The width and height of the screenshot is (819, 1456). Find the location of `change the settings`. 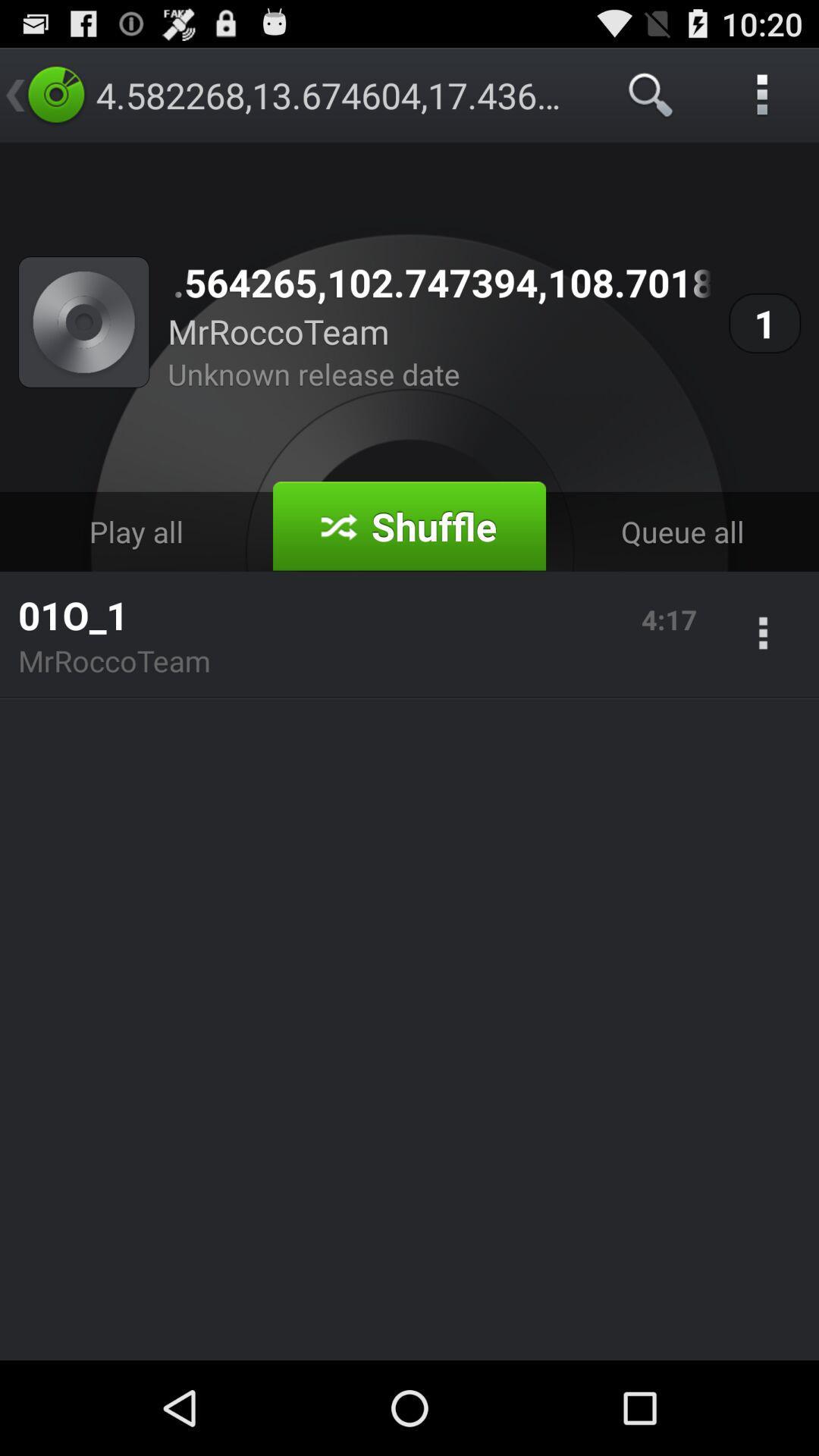

change the settings is located at coordinates (763, 635).